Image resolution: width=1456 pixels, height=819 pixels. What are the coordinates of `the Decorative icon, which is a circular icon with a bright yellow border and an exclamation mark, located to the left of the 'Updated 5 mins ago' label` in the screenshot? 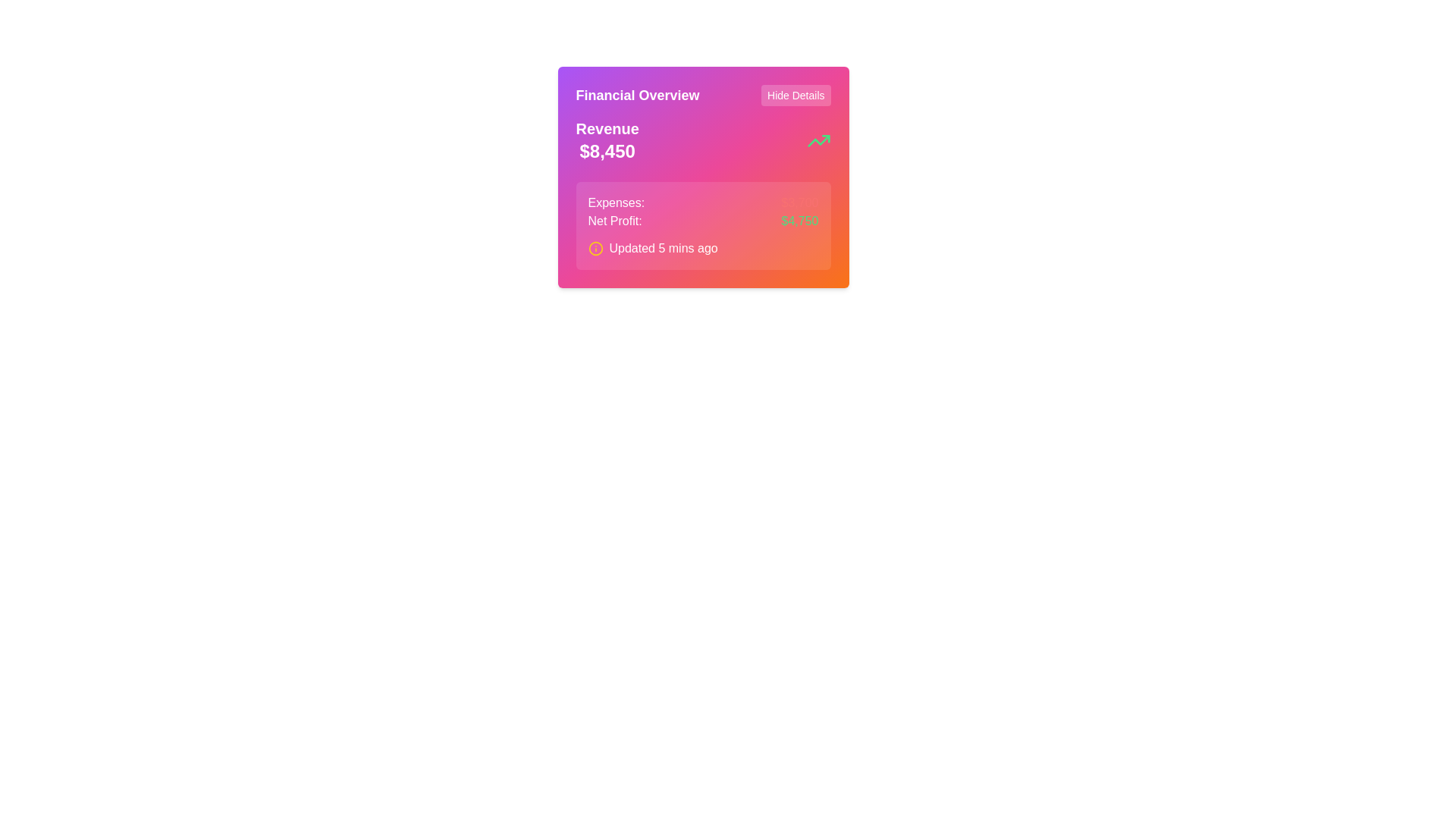 It's located at (595, 247).